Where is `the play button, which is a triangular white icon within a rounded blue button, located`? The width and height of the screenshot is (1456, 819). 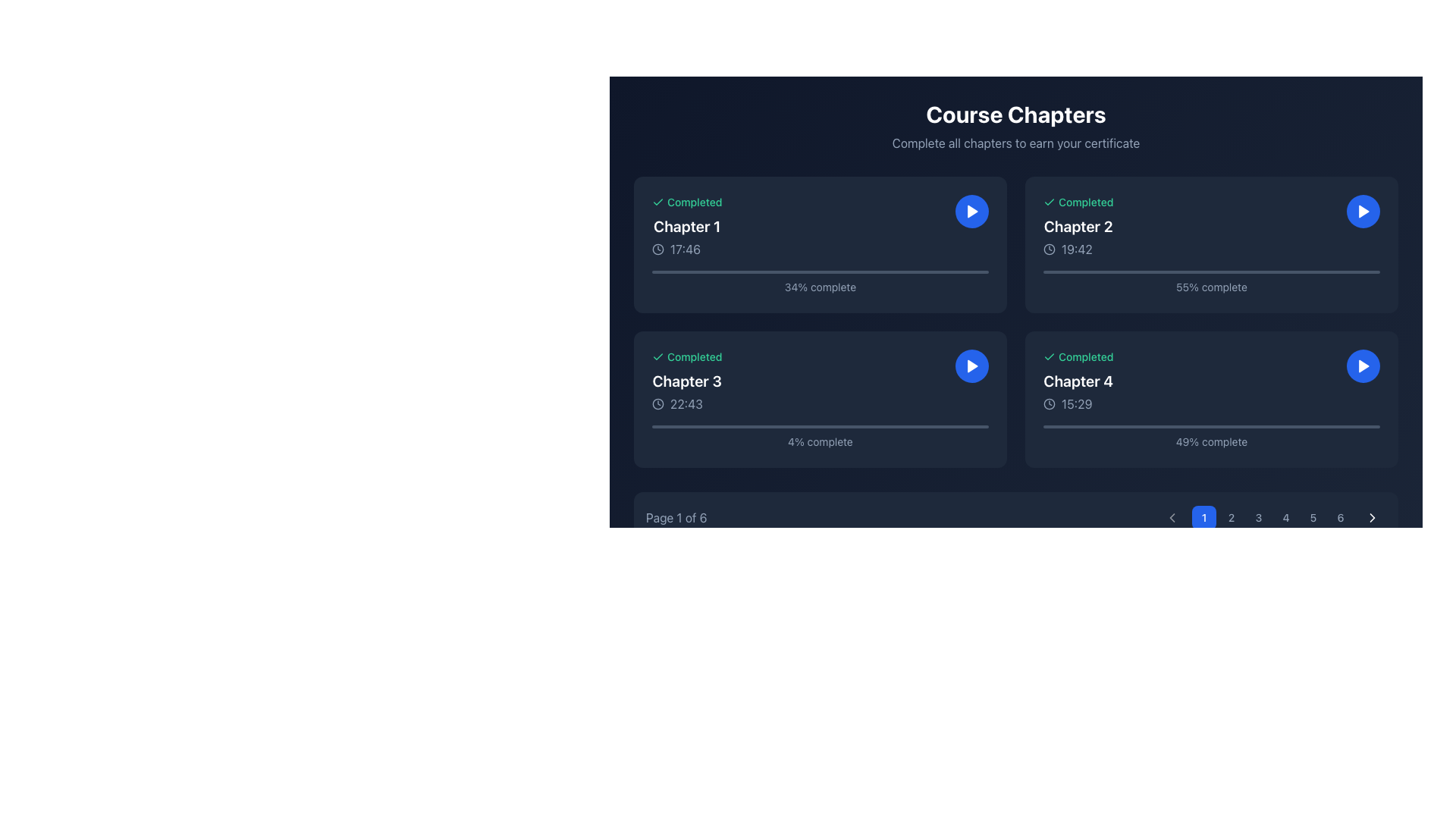
the play button, which is a triangular white icon within a rounded blue button, located is located at coordinates (1363, 211).